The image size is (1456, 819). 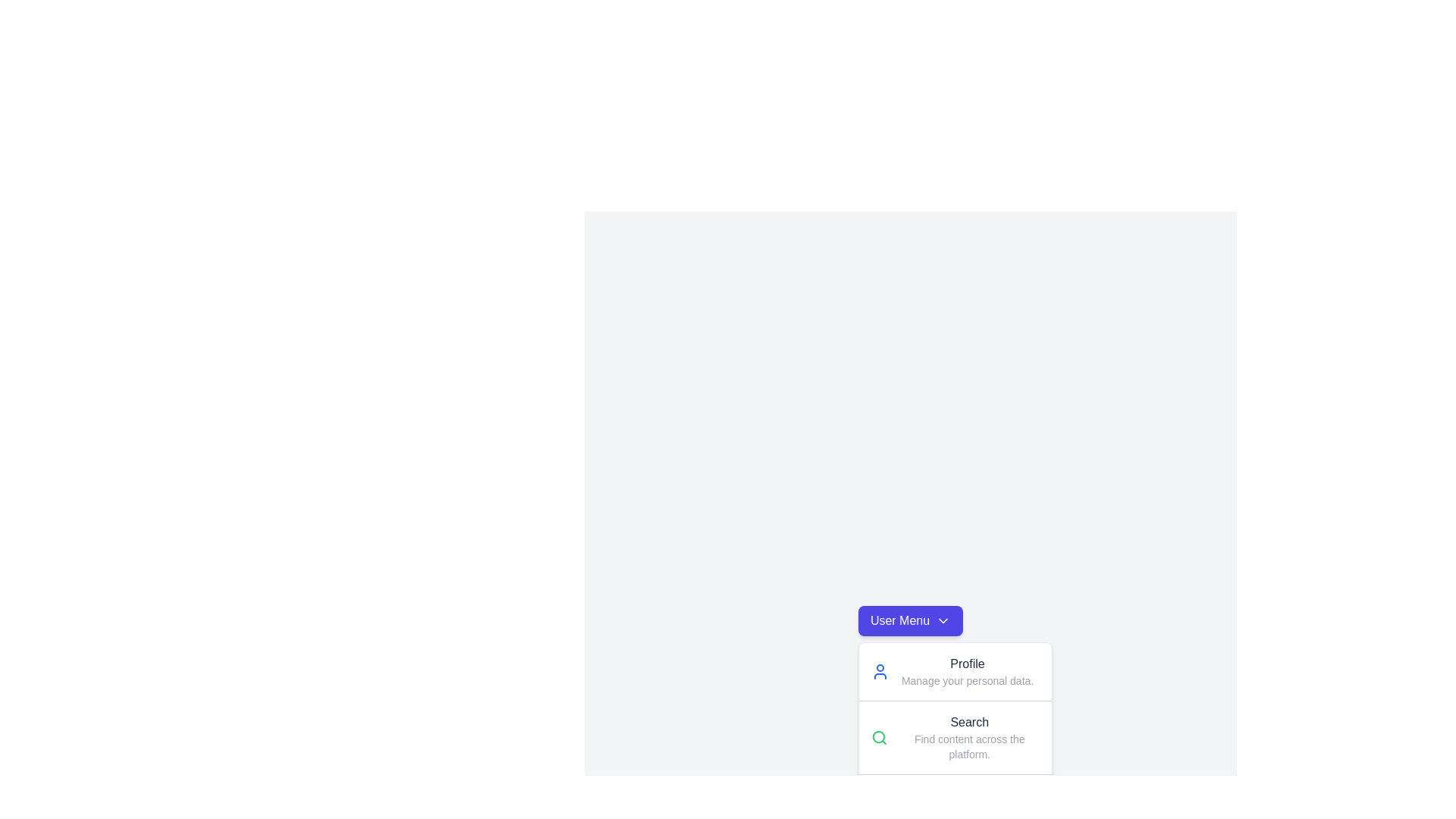 I want to click on the user profile information text display in the dropdown menu, which is the first item listed above 'Search', so click(x=967, y=671).